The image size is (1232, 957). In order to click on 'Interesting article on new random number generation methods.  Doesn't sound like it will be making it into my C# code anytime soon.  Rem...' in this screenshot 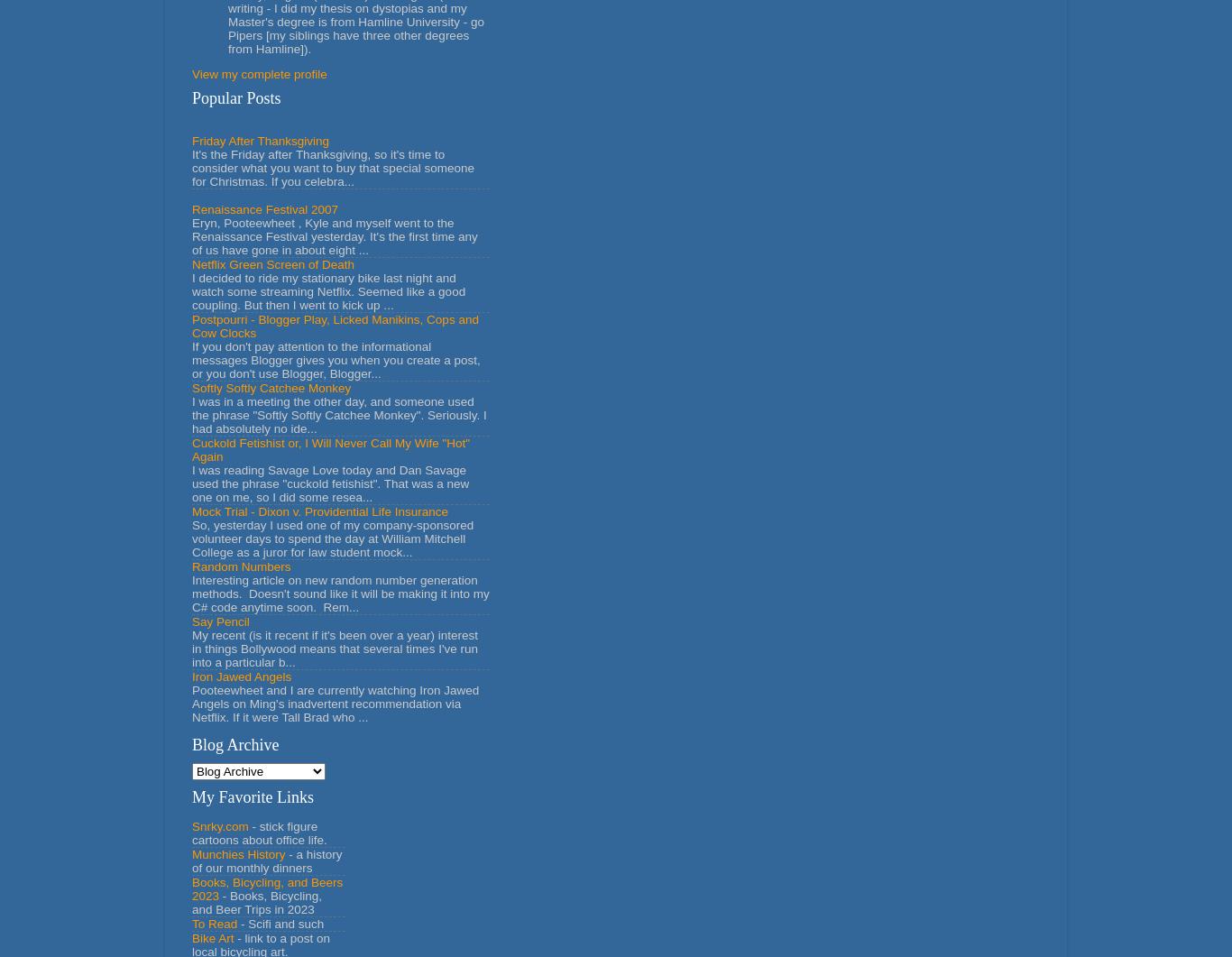, I will do `click(339, 592)`.